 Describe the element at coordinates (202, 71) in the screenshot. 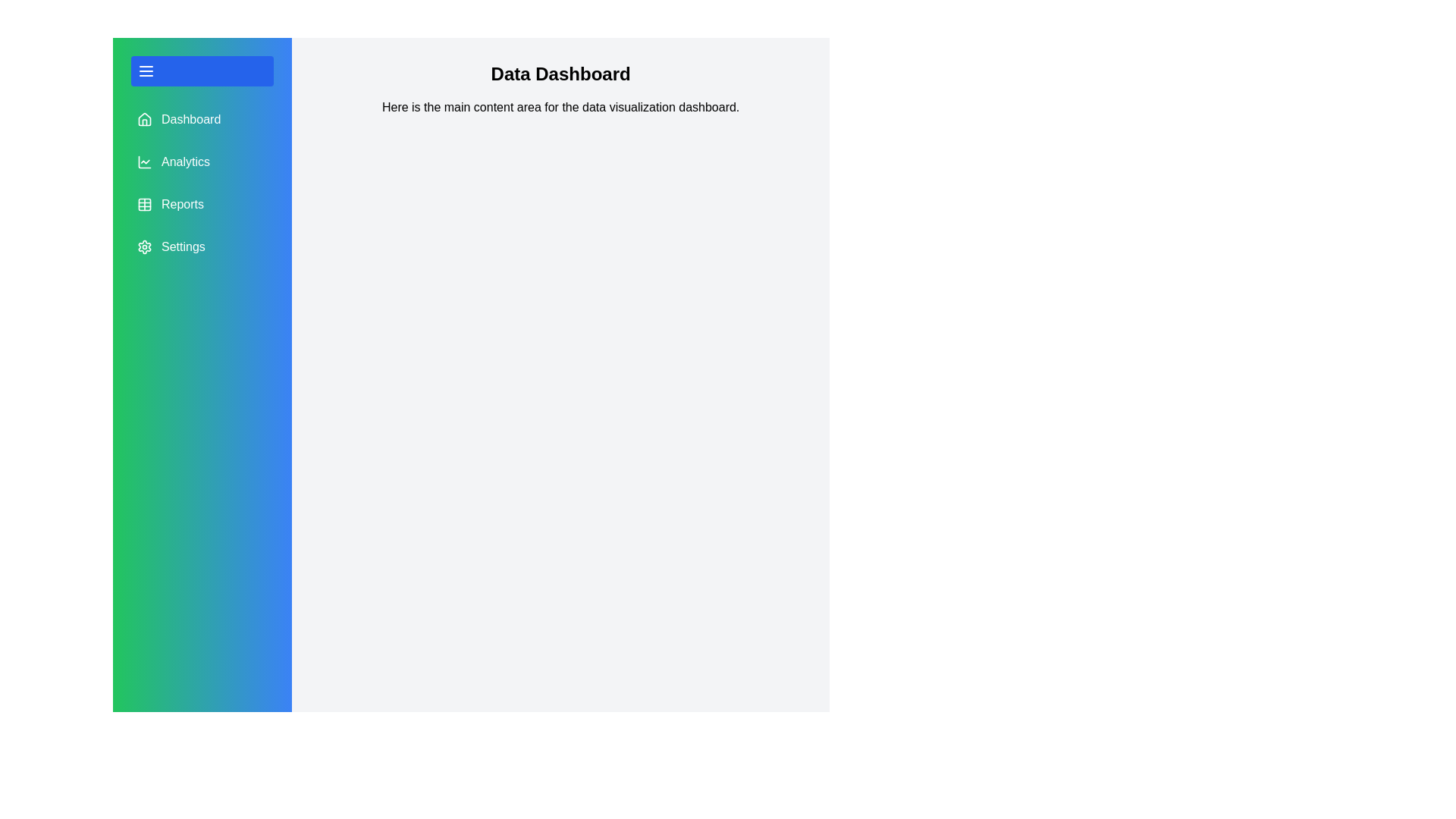

I see `the menu button to toggle the visibility of the side drawer` at that location.